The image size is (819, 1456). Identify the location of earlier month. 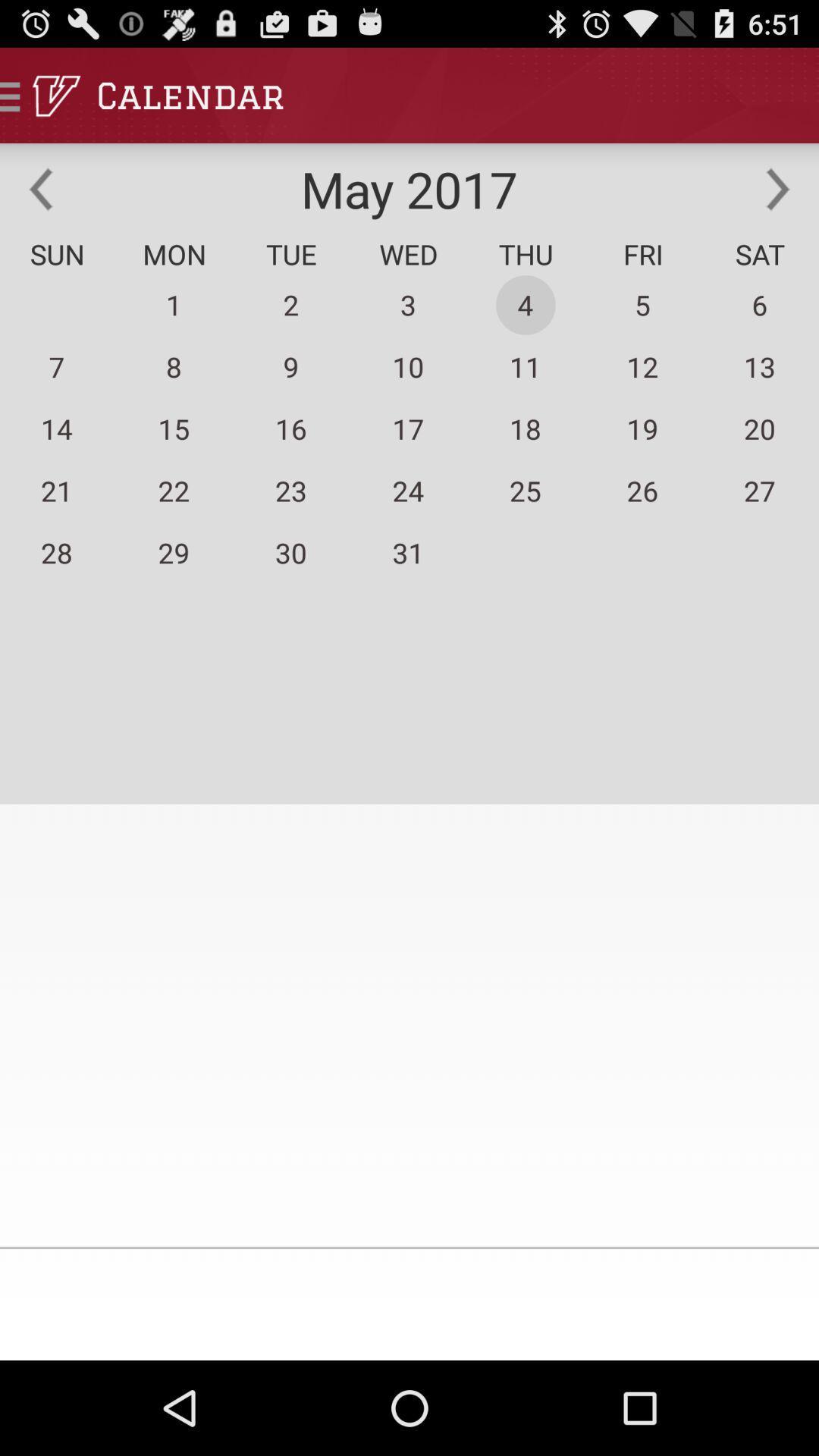
(40, 188).